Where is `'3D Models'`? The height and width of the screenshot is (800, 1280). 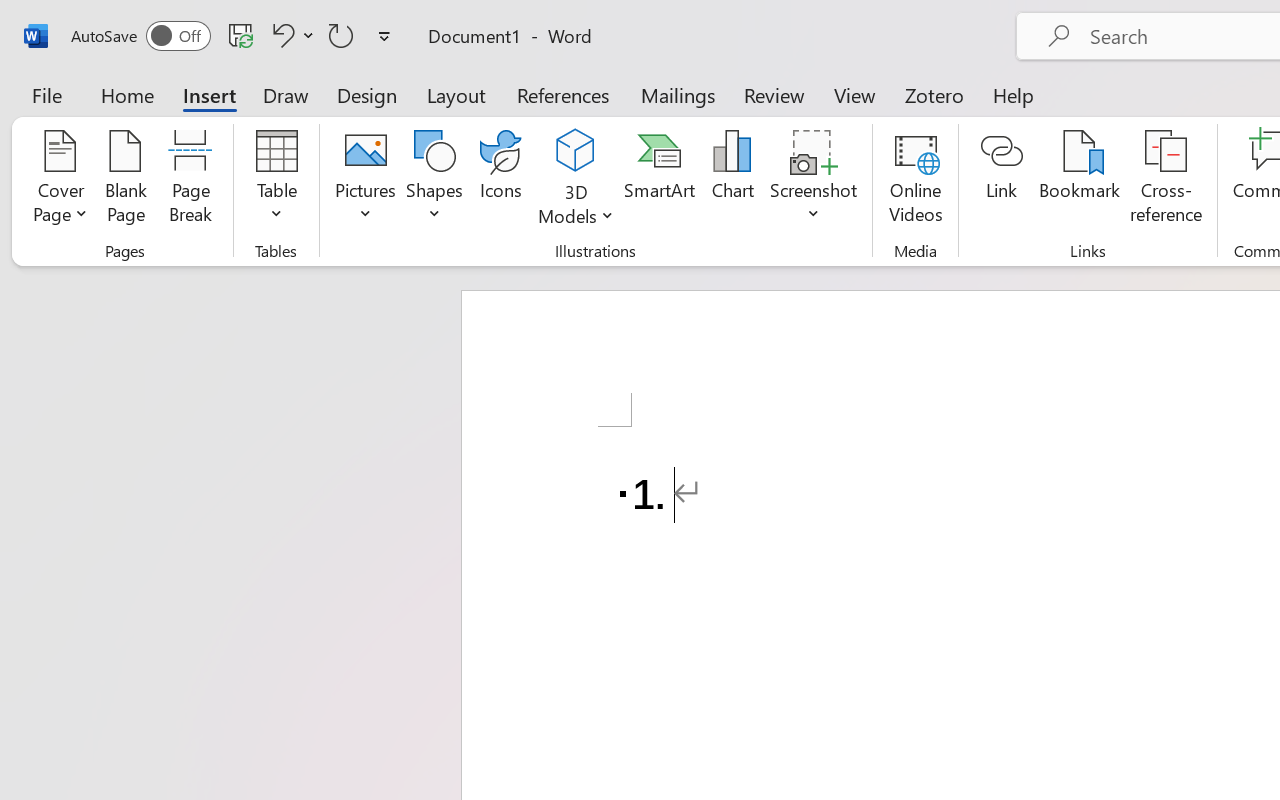 '3D Models' is located at coordinates (575, 179).